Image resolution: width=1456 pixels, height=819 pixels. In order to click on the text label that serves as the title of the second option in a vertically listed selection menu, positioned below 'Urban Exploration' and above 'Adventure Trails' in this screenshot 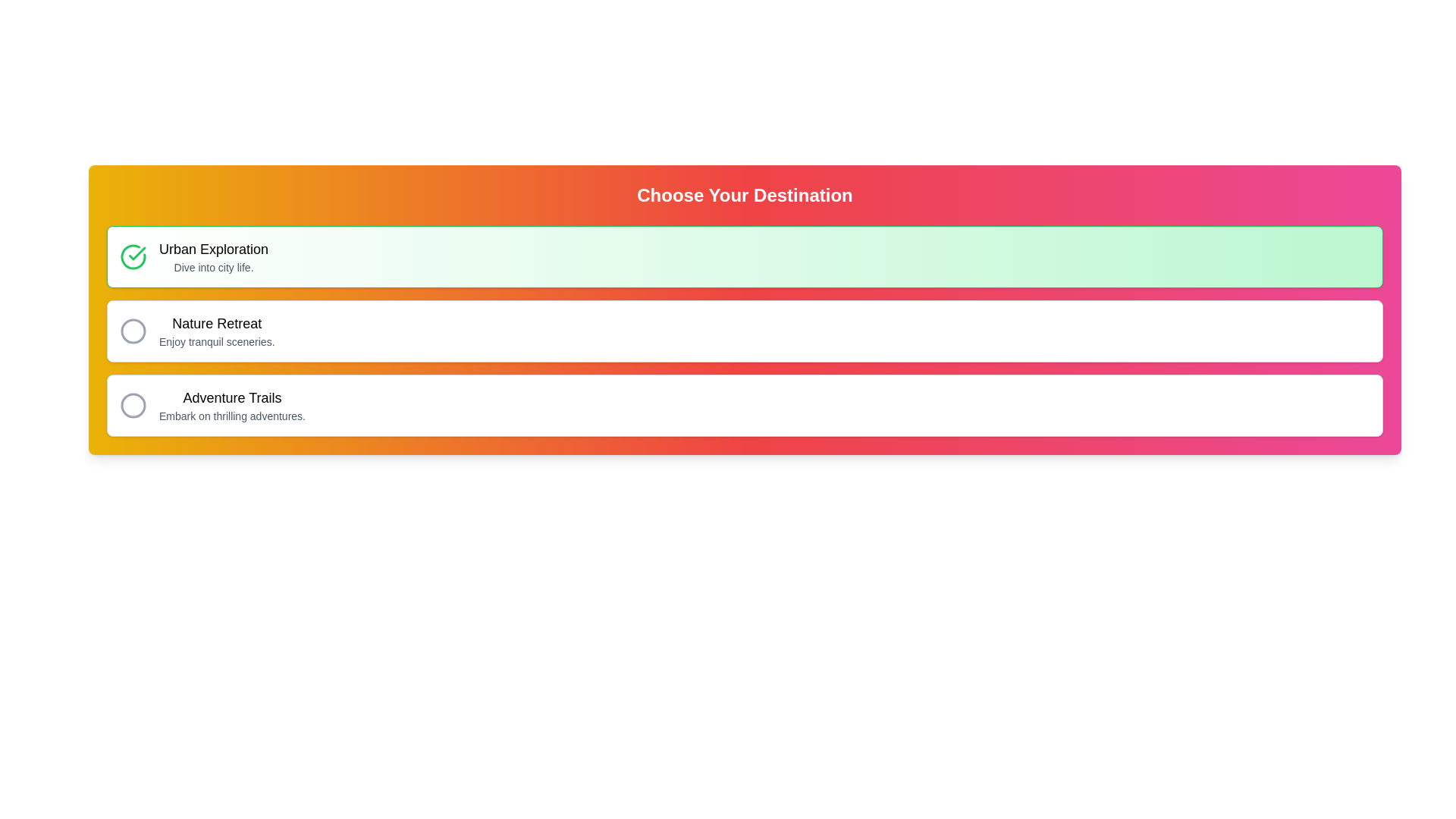, I will do `click(216, 323)`.